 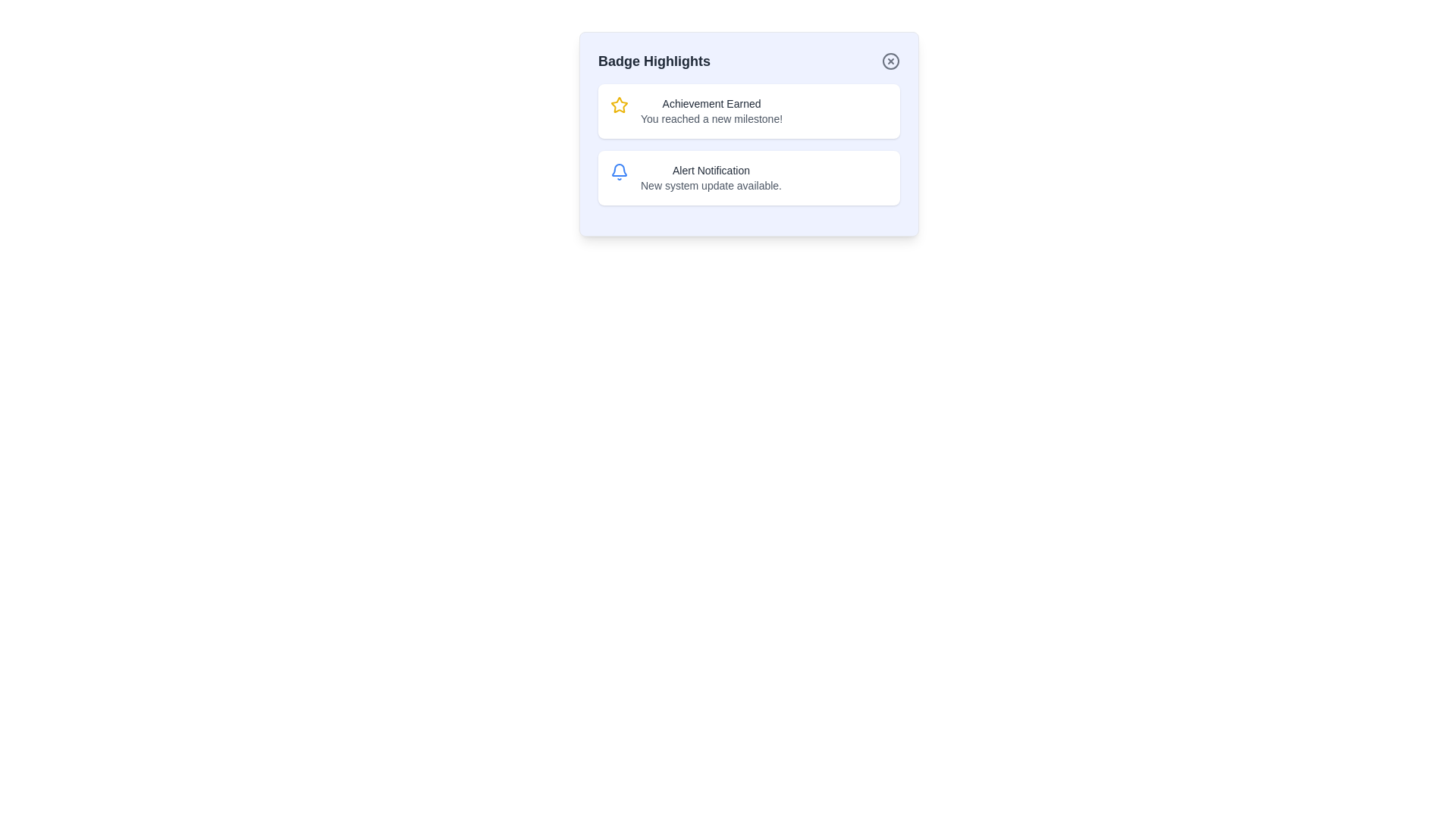 I want to click on the static text block displaying 'Achievement Earned' in the notification box located in the 'Badge Highlights' section, so click(x=711, y=110).